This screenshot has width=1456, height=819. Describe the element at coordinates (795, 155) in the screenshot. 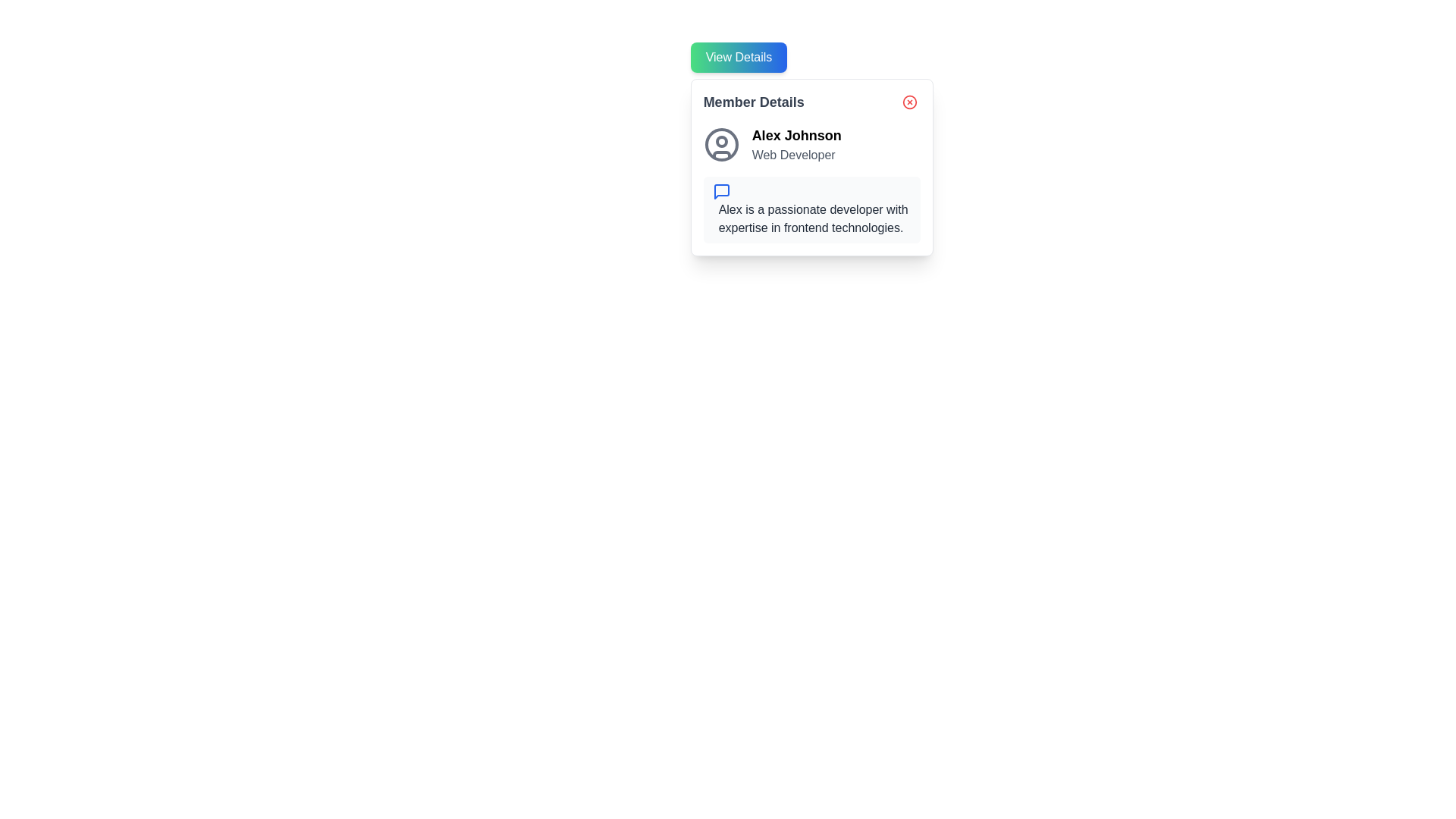

I see `the Text Label indicating the profession or role of 'Alex Johnson' within the 'Member Details' card, which is positioned below the name 'Alex Johnson'` at that location.